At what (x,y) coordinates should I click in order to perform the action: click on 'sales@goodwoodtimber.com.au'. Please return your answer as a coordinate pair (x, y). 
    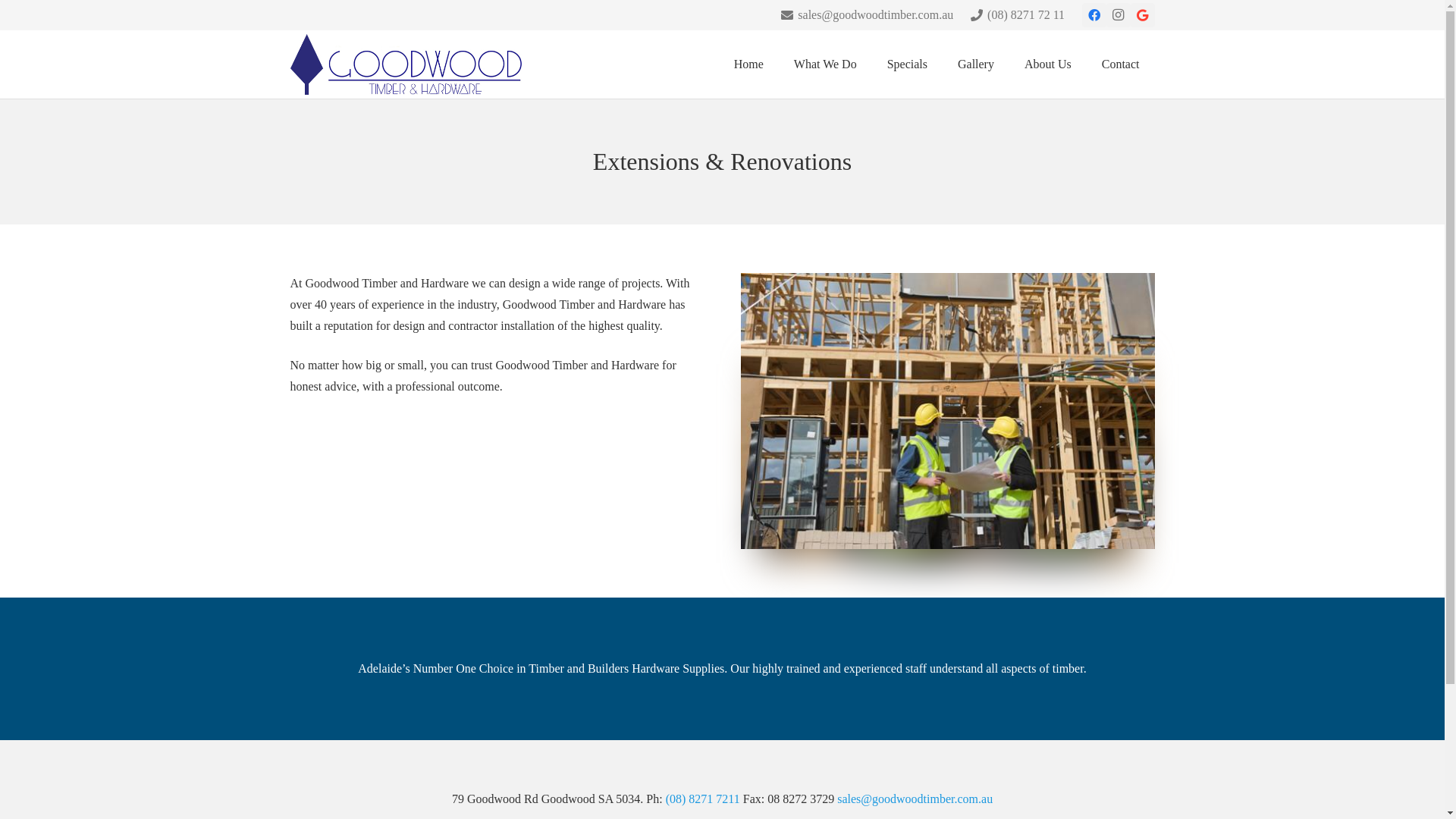
    Looking at the image, I should click on (867, 14).